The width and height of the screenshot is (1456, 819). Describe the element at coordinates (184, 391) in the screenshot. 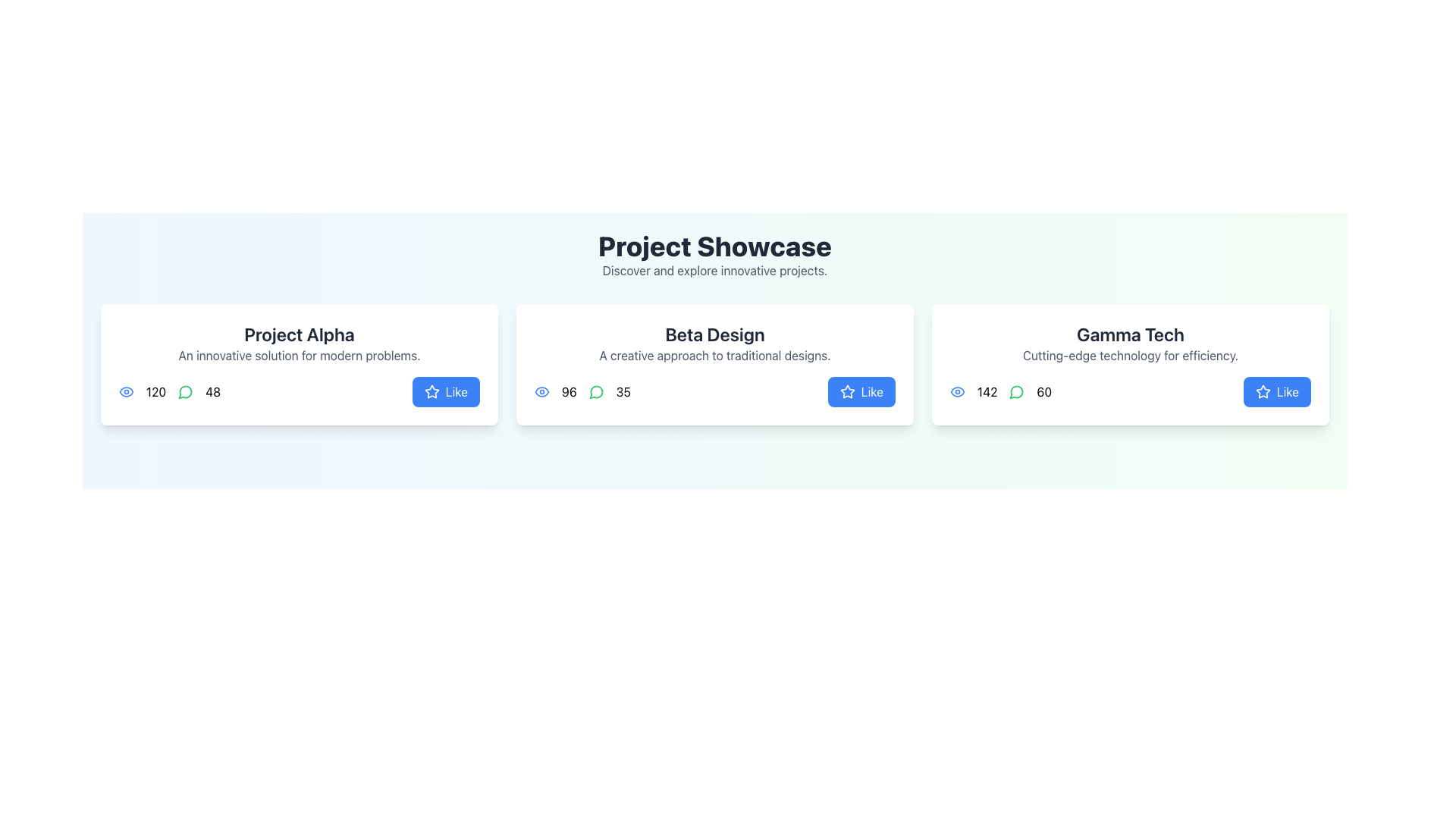

I see `the green circular icon with a message-like shape, located below the 'Project Alpha' title, second in the row next to the blue eye icon and the number 48` at that location.